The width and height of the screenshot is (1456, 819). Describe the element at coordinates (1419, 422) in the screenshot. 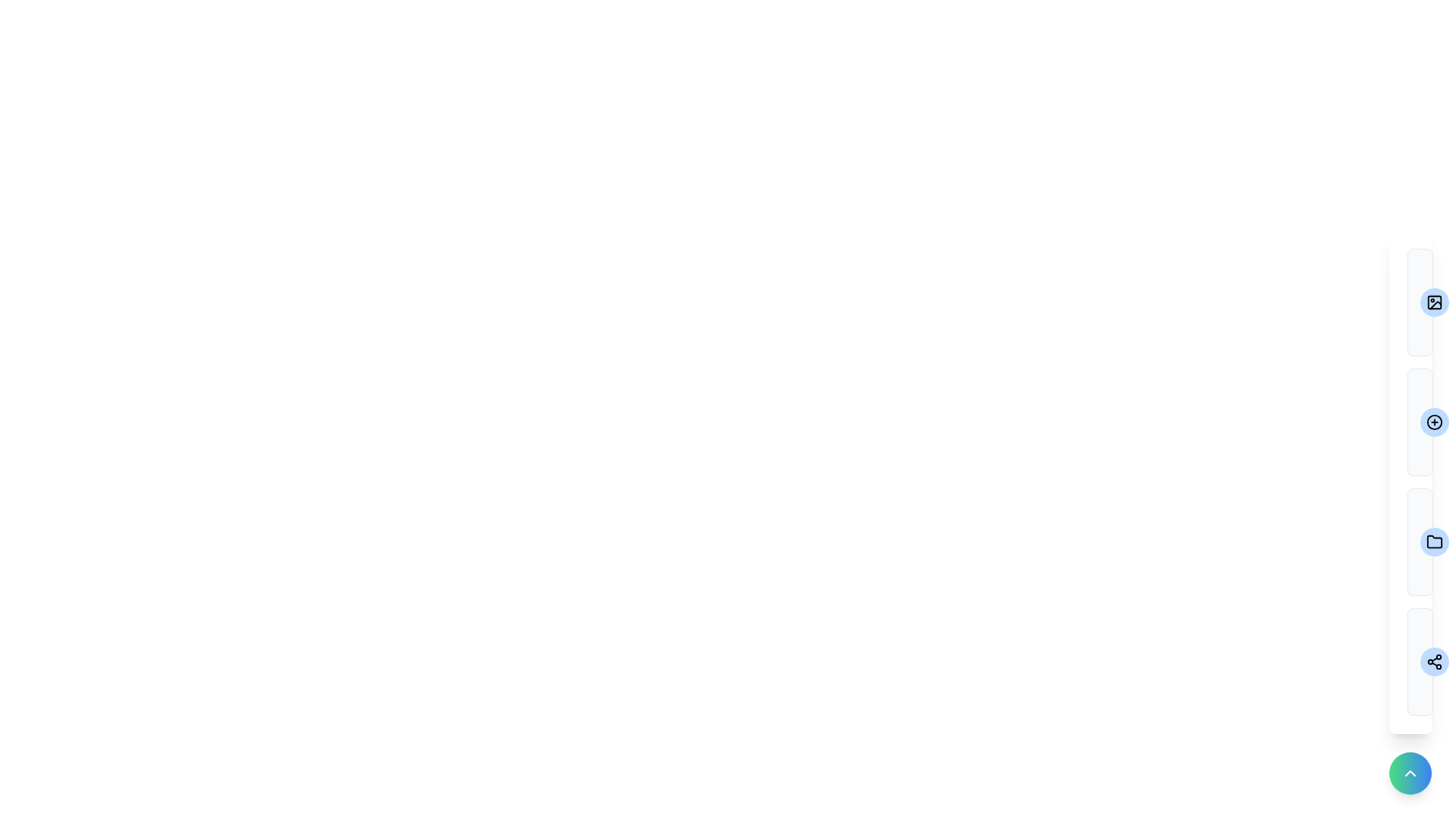

I see `the menu item labeled Add Photo to preview its description` at that location.